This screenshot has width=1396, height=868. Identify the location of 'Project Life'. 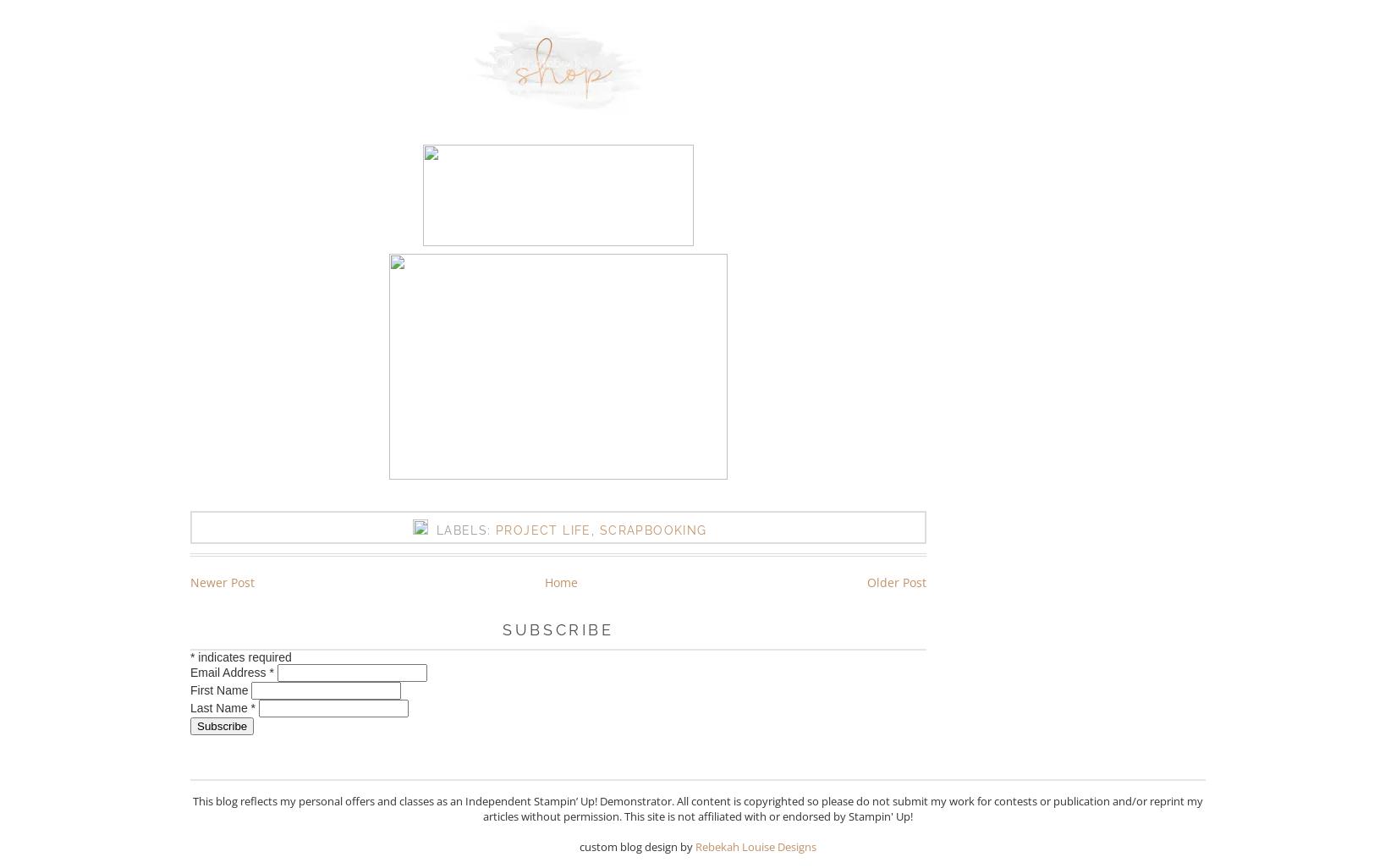
(542, 529).